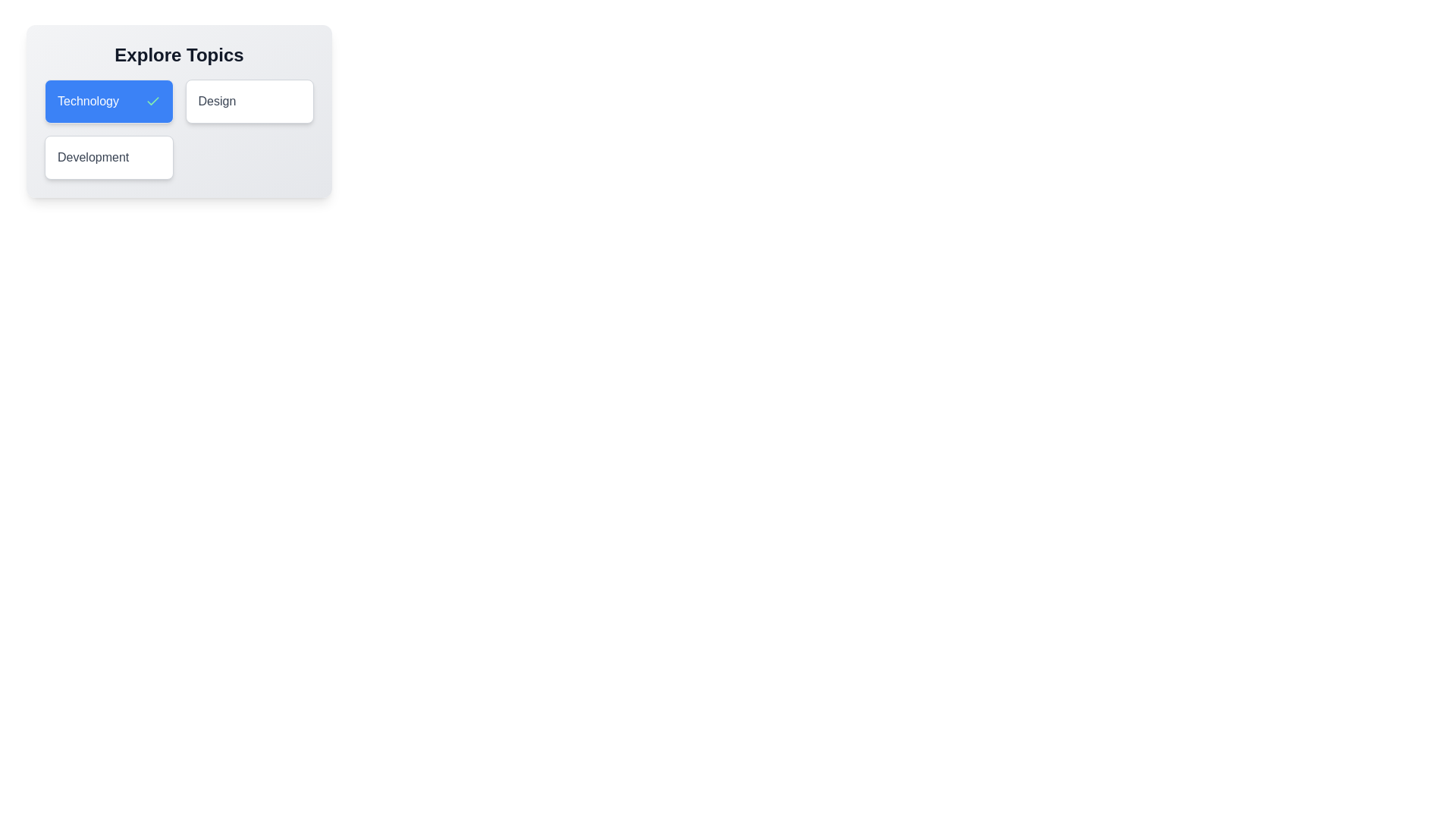 The height and width of the screenshot is (819, 1456). I want to click on the tag Technology, so click(108, 102).